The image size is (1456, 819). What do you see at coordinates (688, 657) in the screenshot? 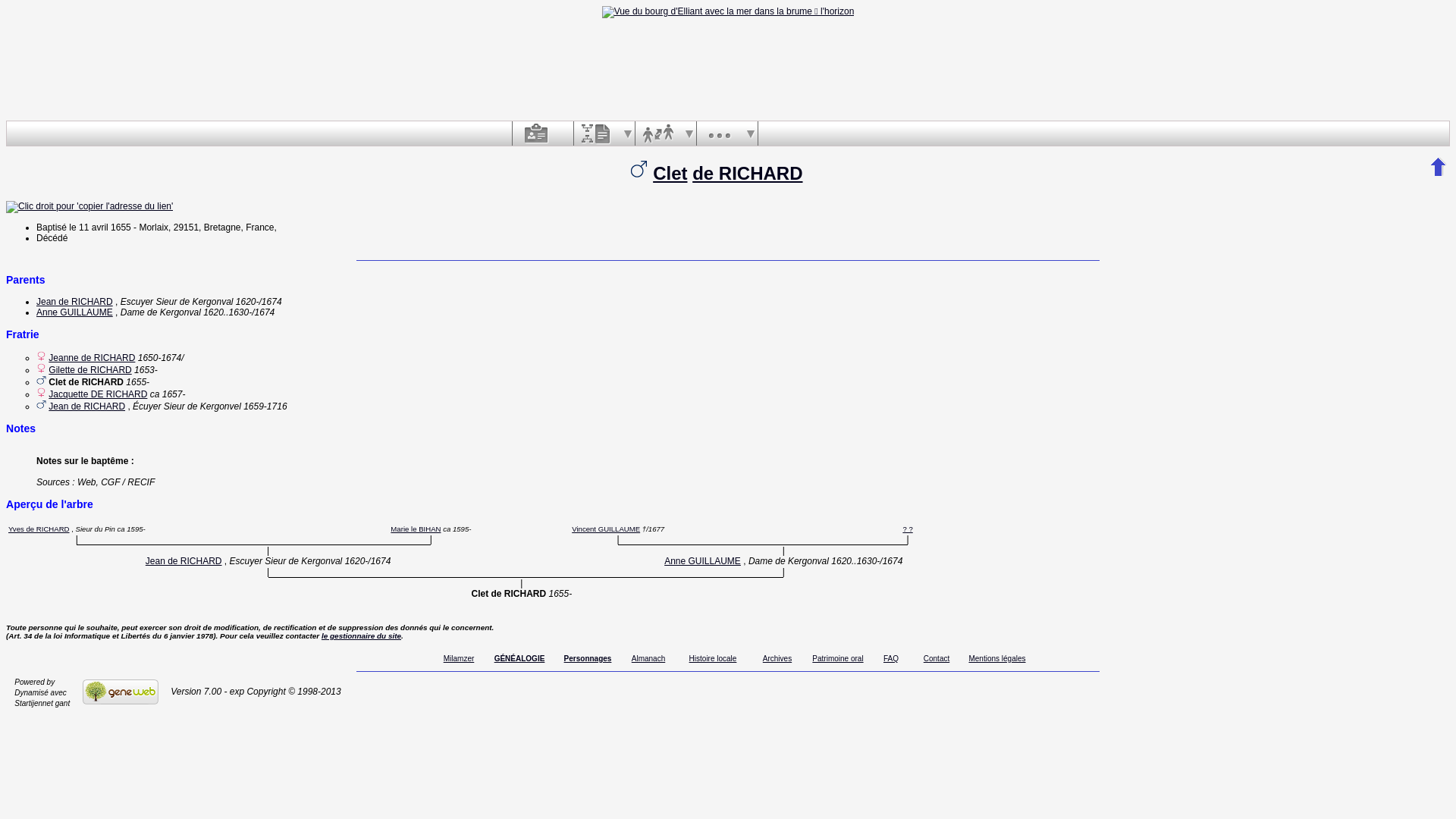
I see `'Histoire locale'` at bounding box center [688, 657].